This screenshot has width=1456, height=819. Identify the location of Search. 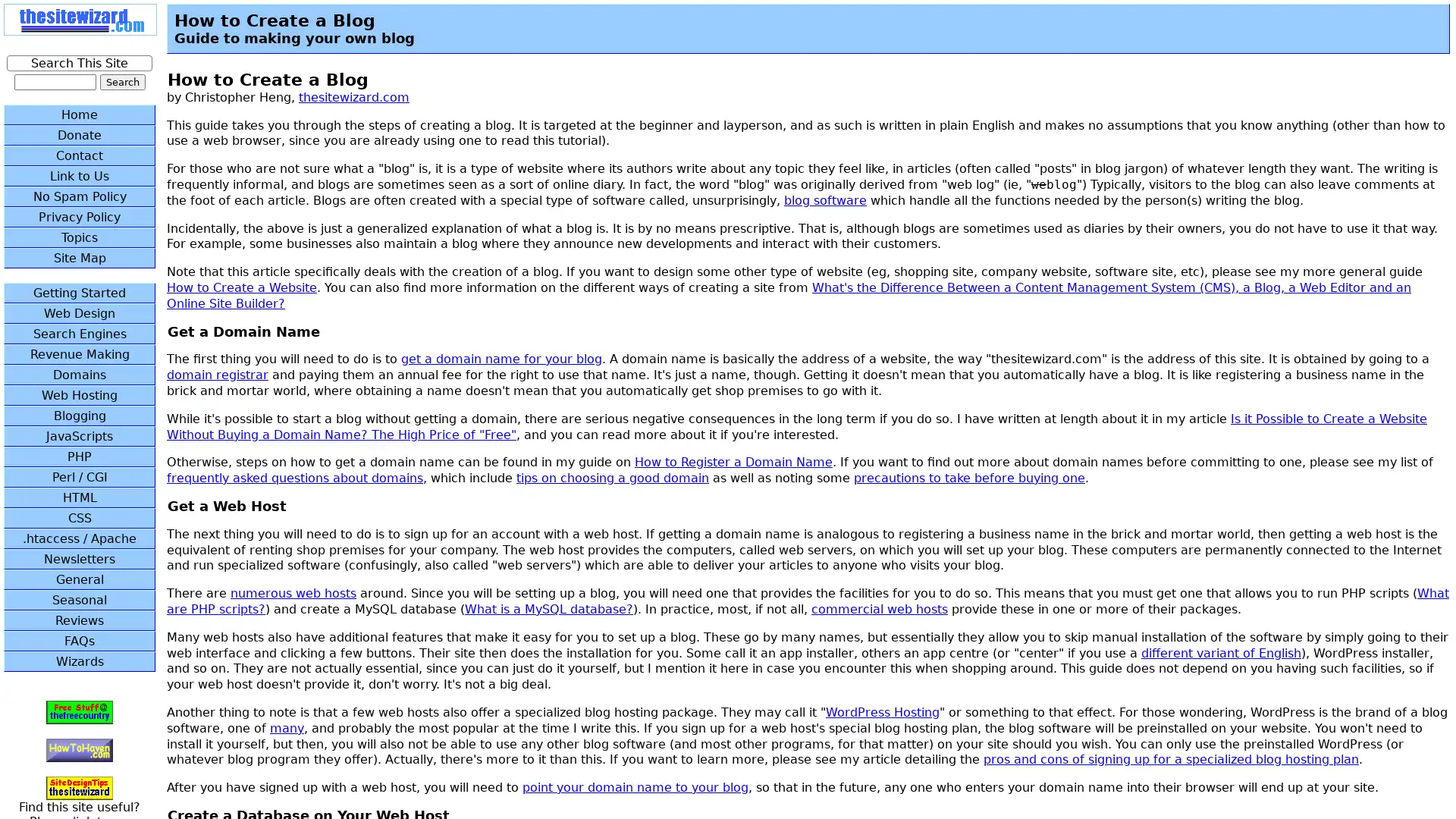
(122, 82).